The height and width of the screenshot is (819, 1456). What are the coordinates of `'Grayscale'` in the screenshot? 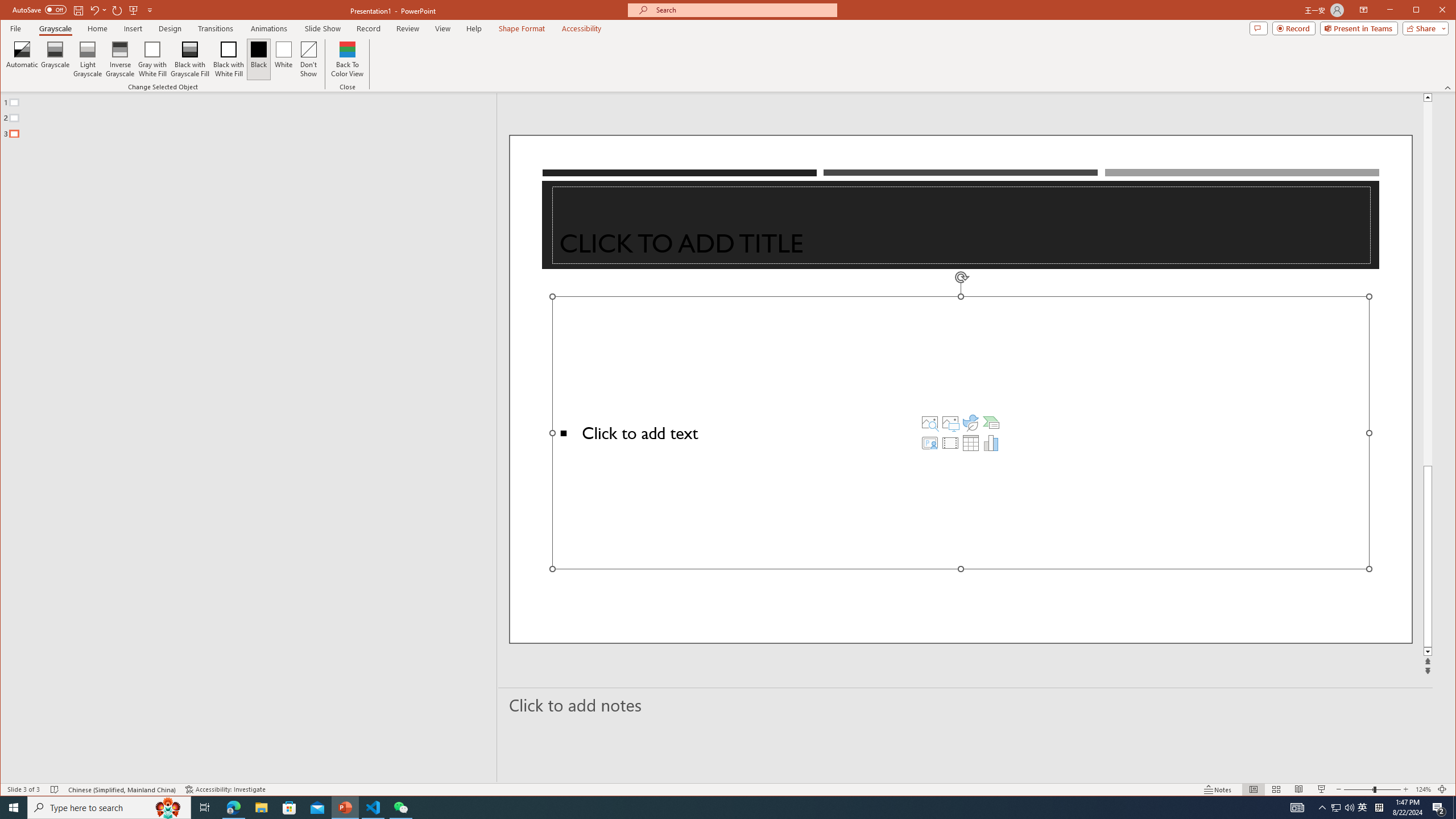 It's located at (55, 28).